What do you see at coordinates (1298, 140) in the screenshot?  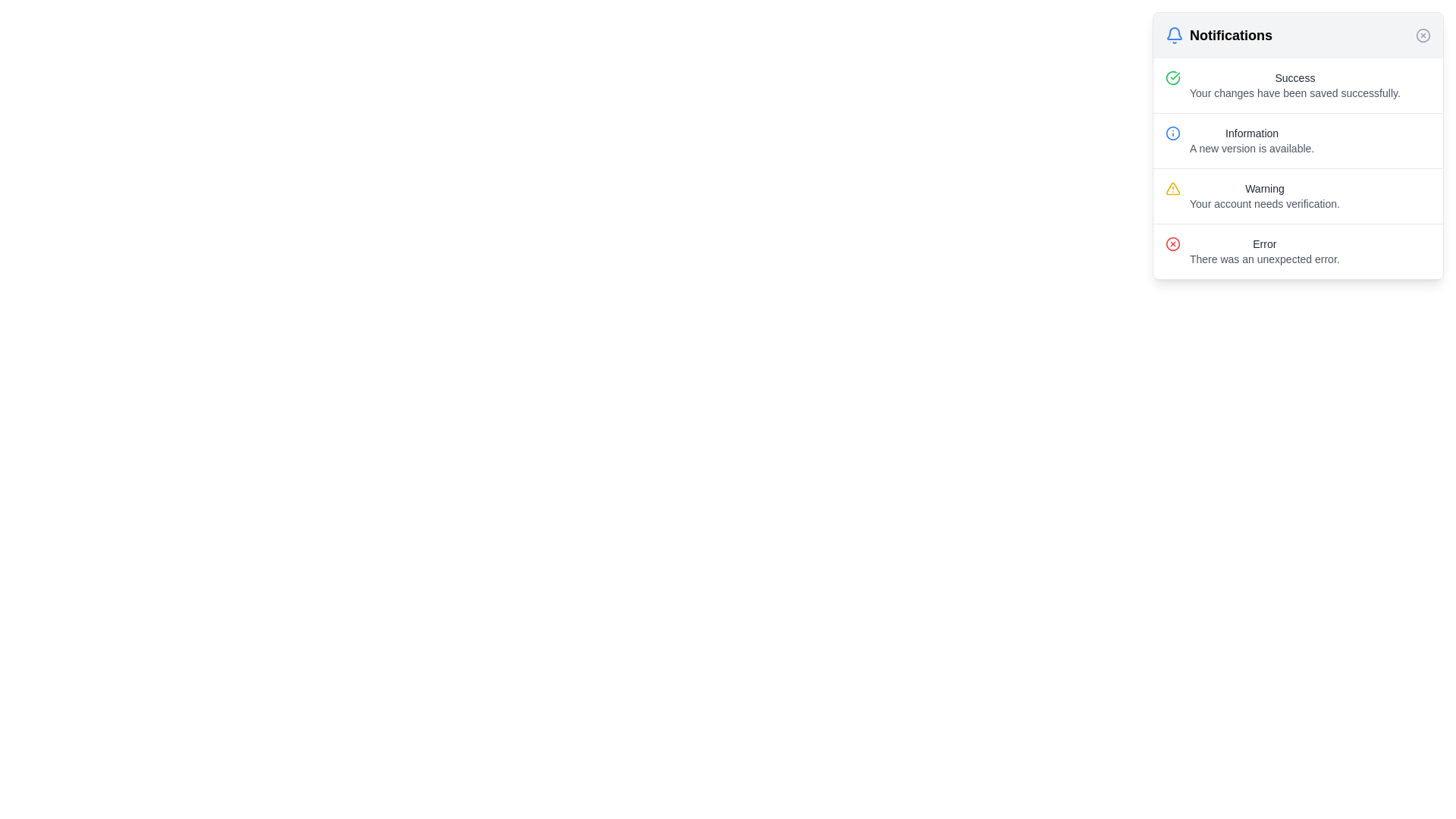 I see `the Notification message that informs the user about the availability of a new version, positioned below the 'Success' notification and above the 'Warning' notification` at bounding box center [1298, 140].